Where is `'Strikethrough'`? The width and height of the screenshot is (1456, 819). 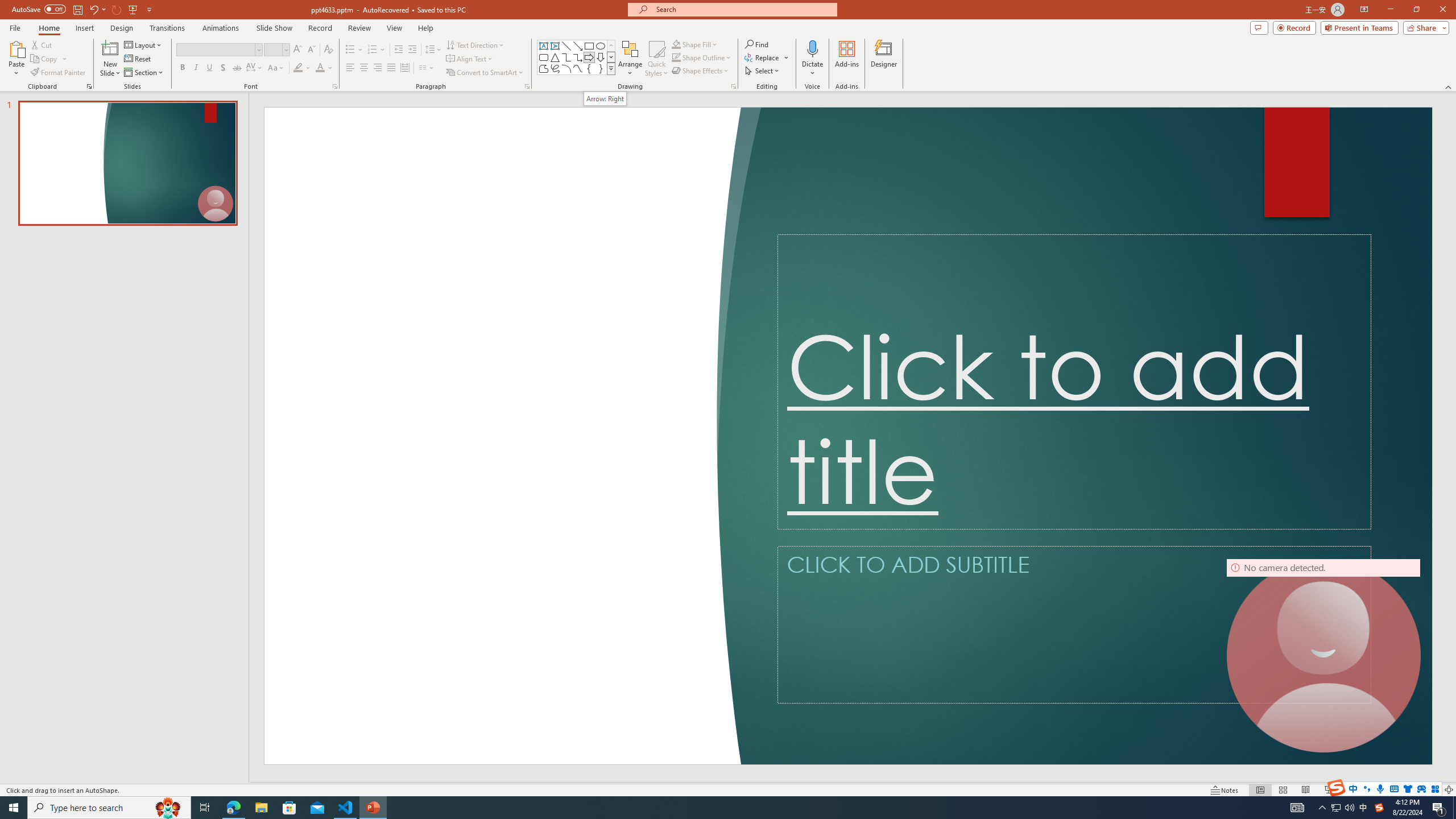 'Strikethrough' is located at coordinates (237, 67).